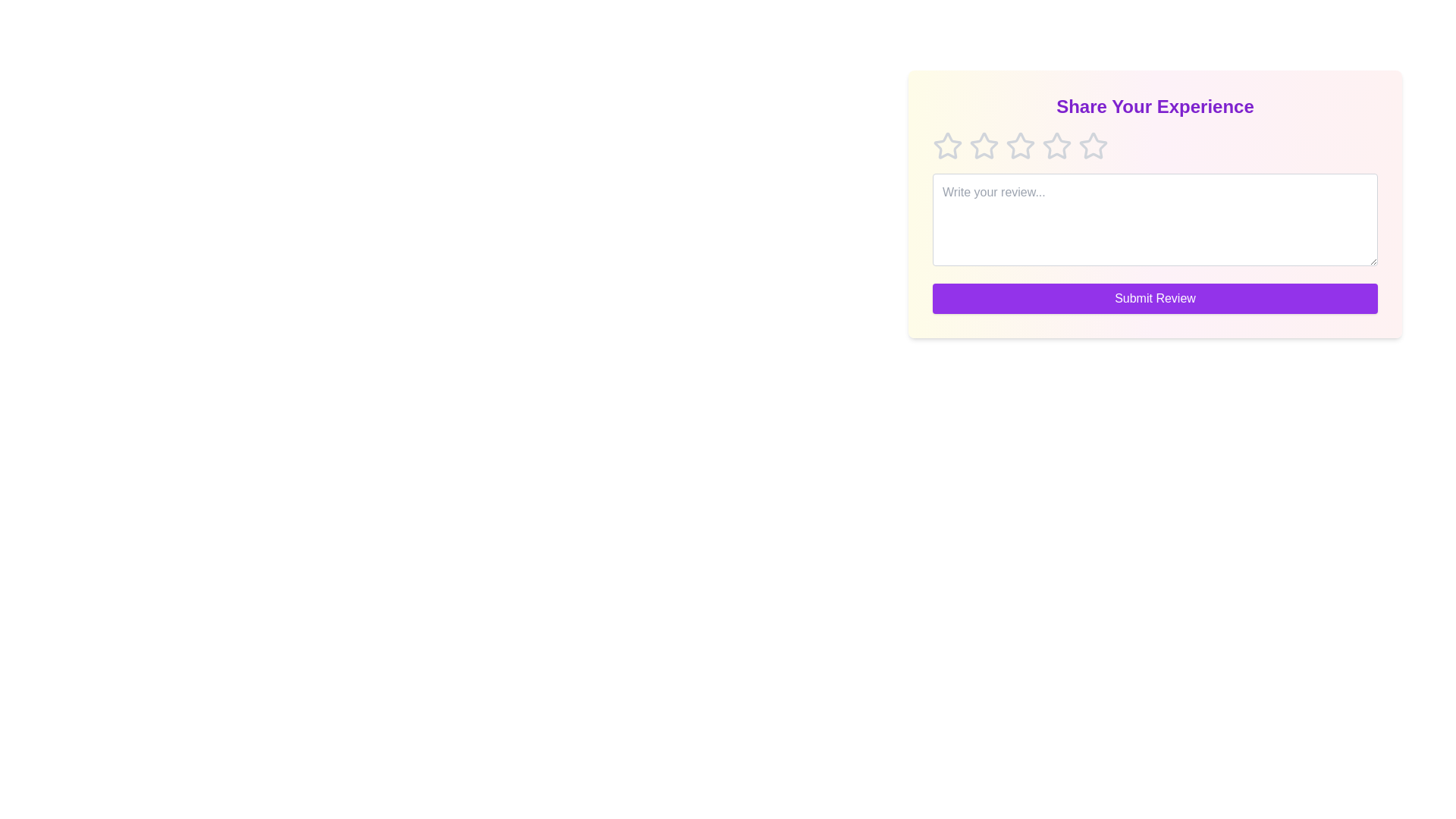  Describe the element at coordinates (984, 146) in the screenshot. I see `the star corresponding to 2 to preview the rating` at that location.